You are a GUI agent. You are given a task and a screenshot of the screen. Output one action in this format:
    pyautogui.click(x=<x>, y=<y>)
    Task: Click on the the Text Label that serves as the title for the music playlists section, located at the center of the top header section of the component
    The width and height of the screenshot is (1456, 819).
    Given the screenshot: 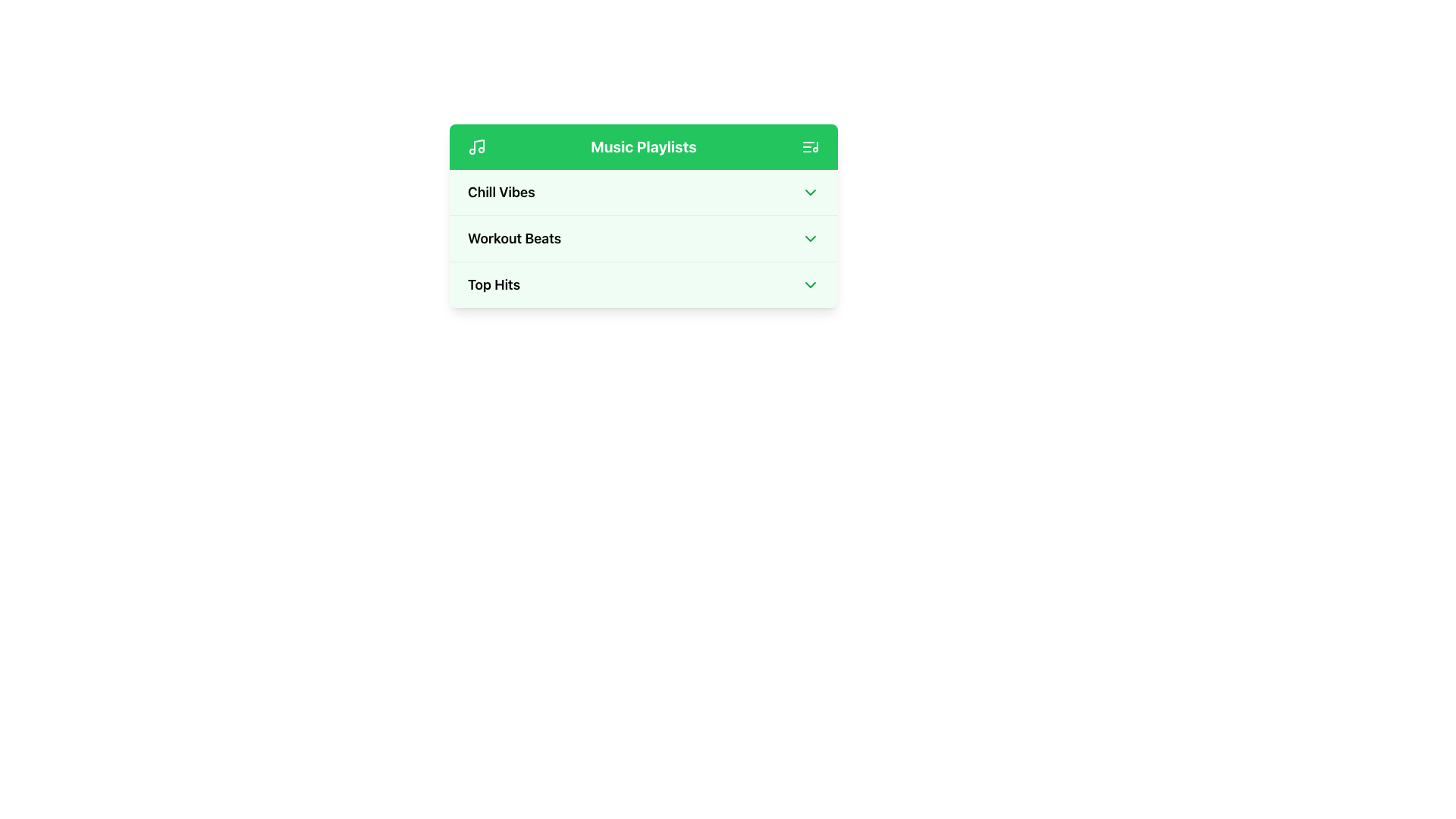 What is the action you would take?
    pyautogui.click(x=644, y=146)
    